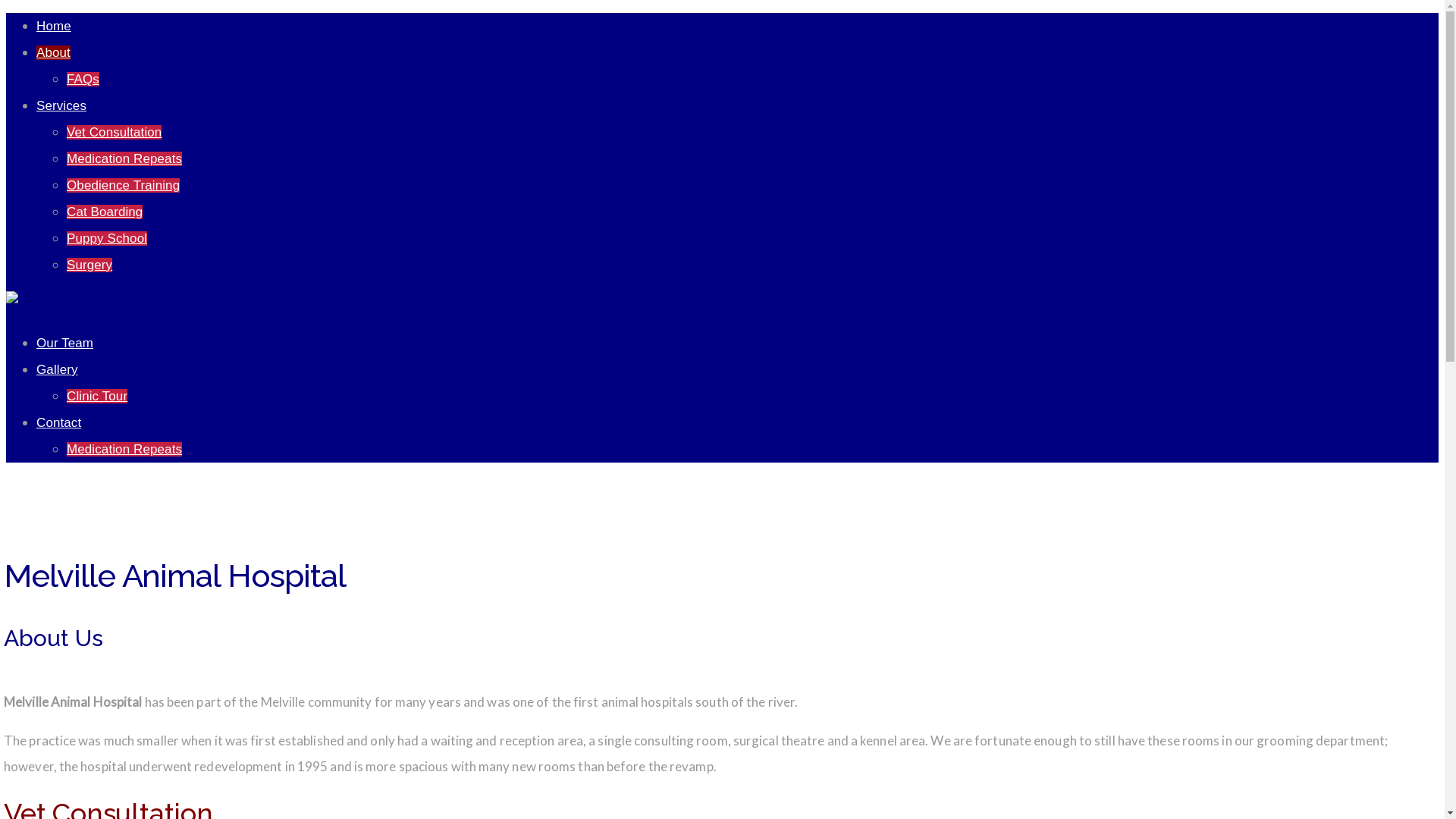 This screenshot has height=819, width=1456. I want to click on 'Vet Consultation', so click(113, 131).